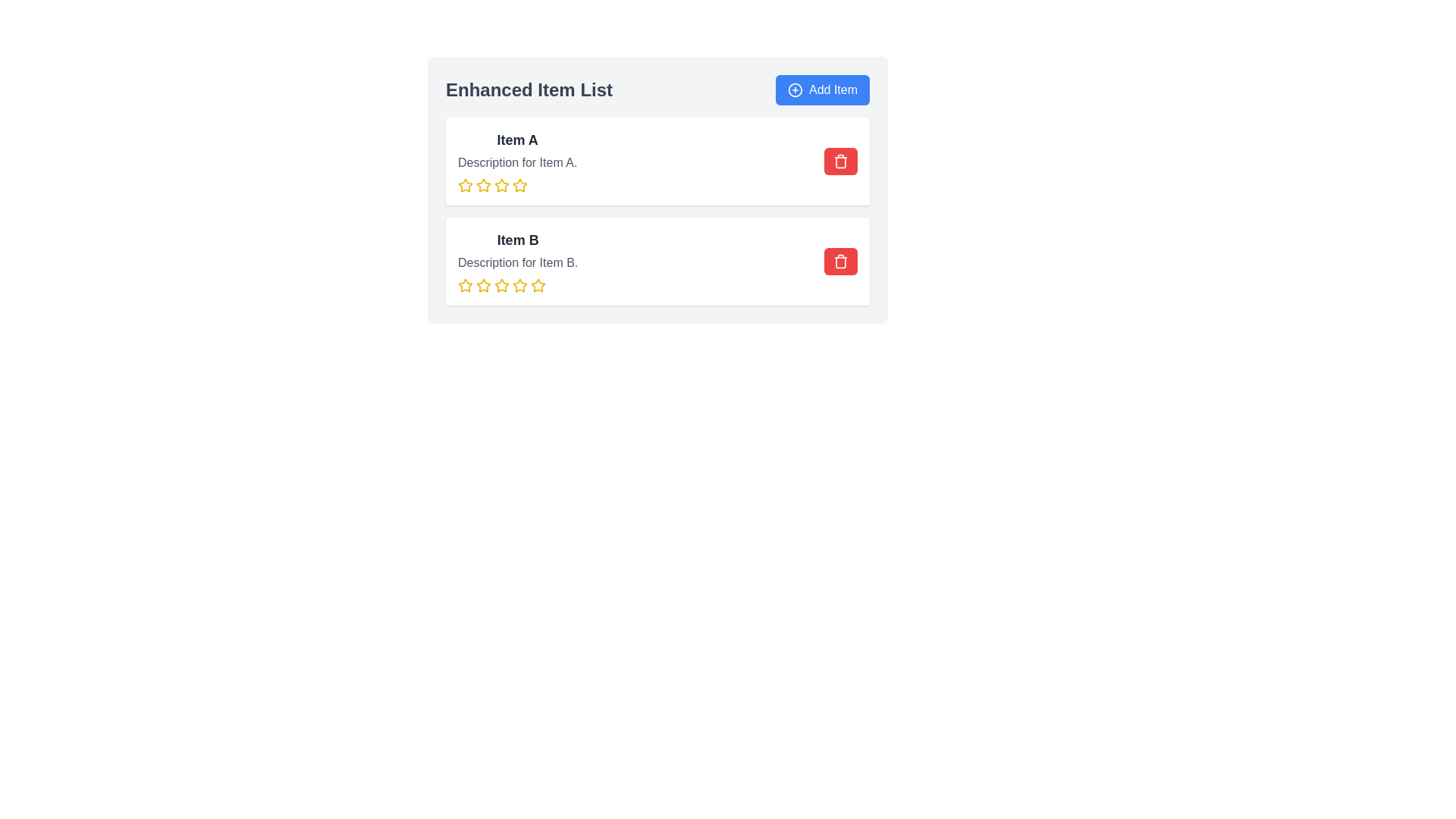 This screenshot has height=819, width=1456. I want to click on the third yellow star icon in the rating system located under the text 'Description for Item A' in the card labeled 'Item A' to rate it, so click(483, 185).